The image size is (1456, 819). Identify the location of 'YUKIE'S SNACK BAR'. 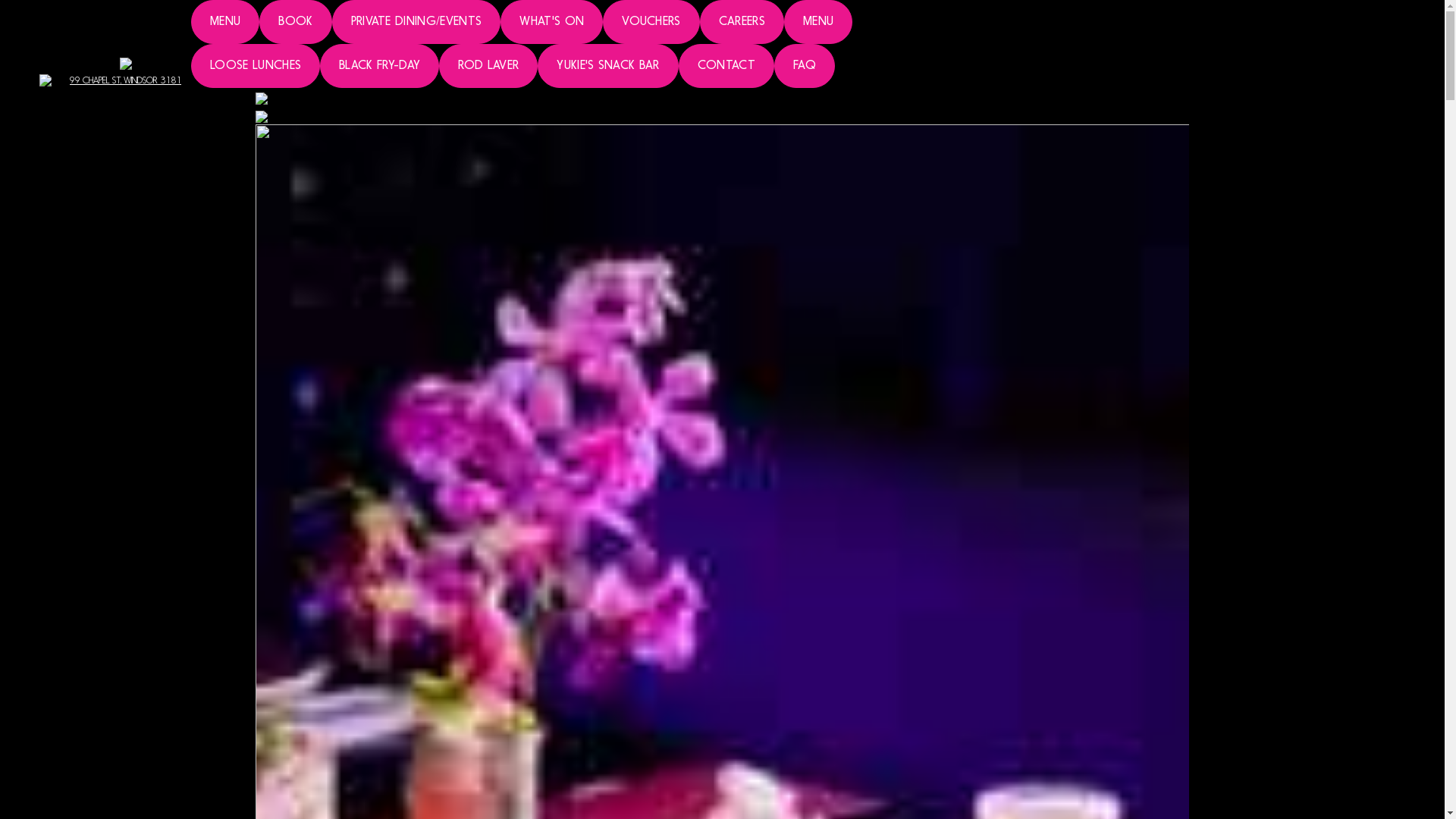
(538, 65).